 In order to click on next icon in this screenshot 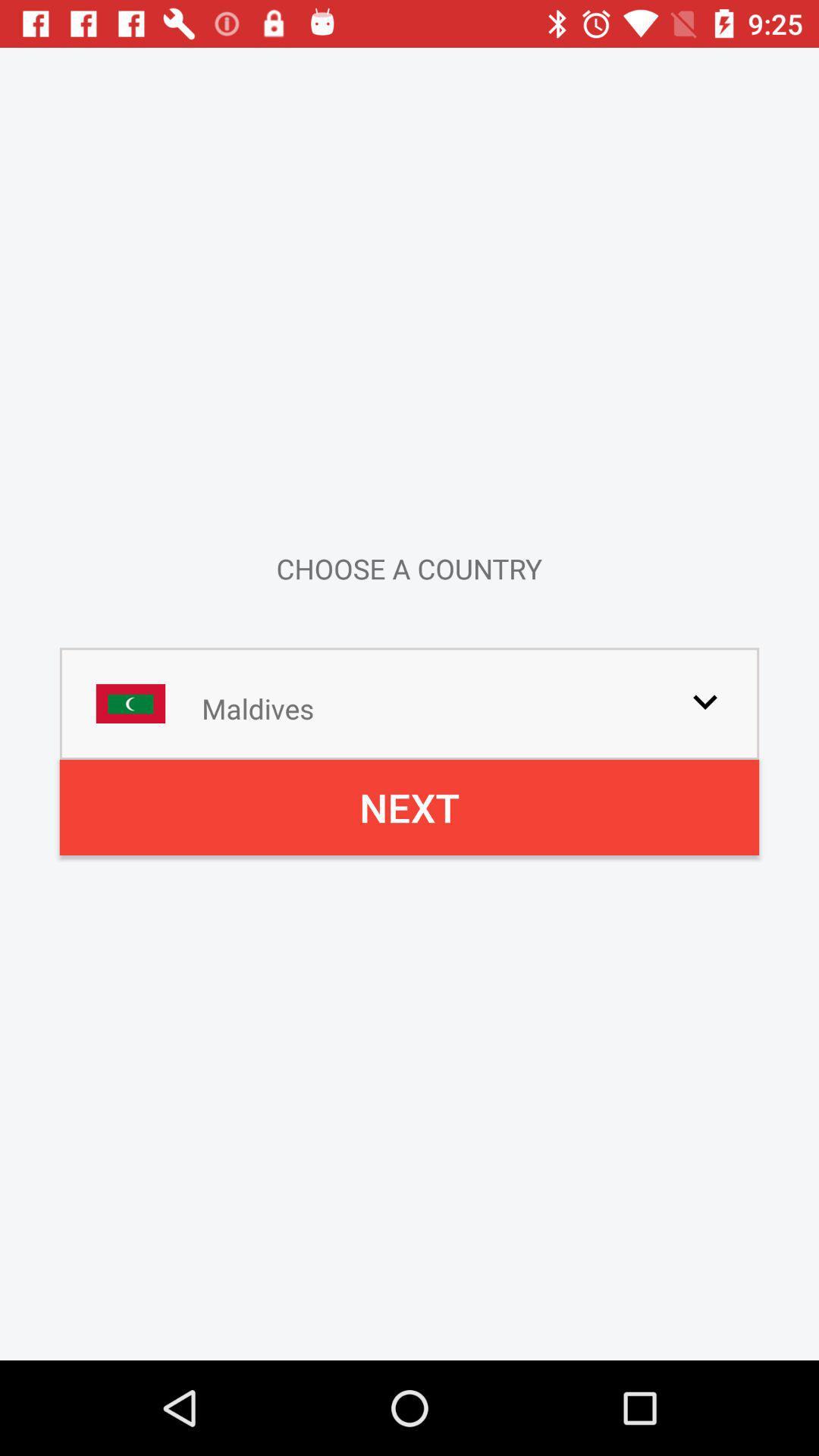, I will do `click(409, 807)`.